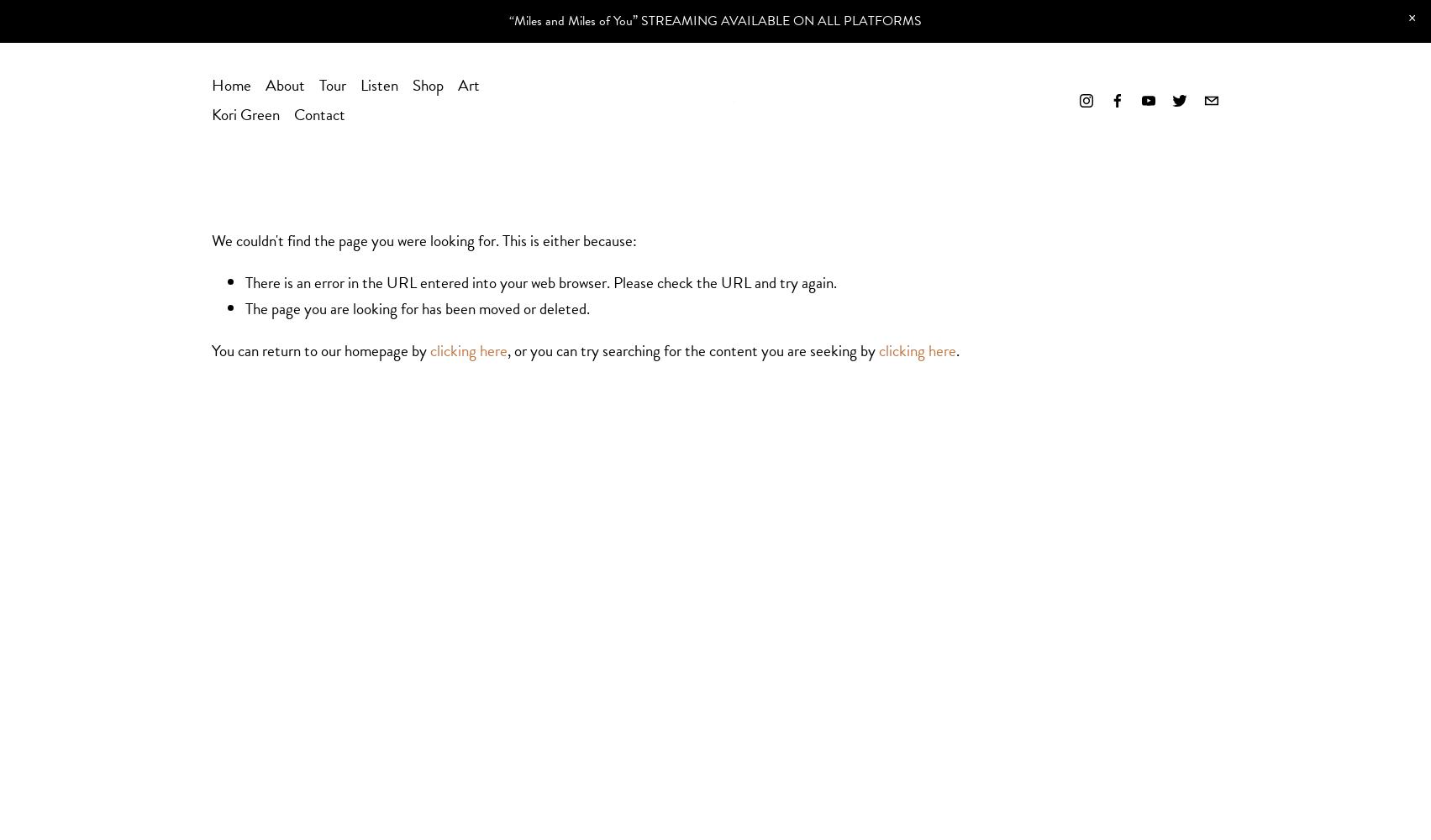 The image size is (1431, 840). What do you see at coordinates (715, 20) in the screenshot?
I see `'“Miles and Miles of You” STREAMING AVAILABLE ON ALL PLATFORMS'` at bounding box center [715, 20].